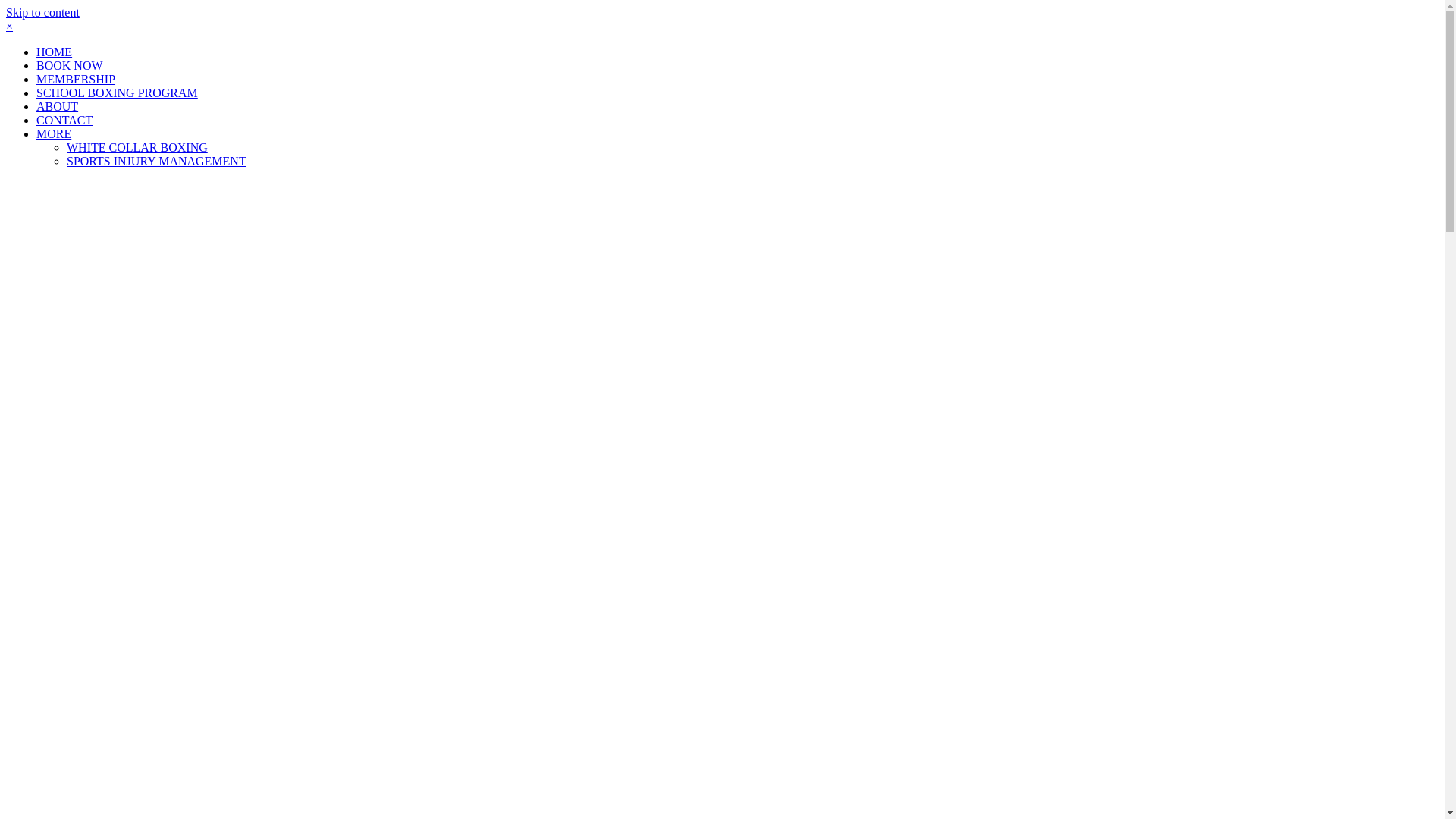 The height and width of the screenshot is (819, 1456). Describe the element at coordinates (137, 147) in the screenshot. I see `'WHITE COLLAR BOXING'` at that location.